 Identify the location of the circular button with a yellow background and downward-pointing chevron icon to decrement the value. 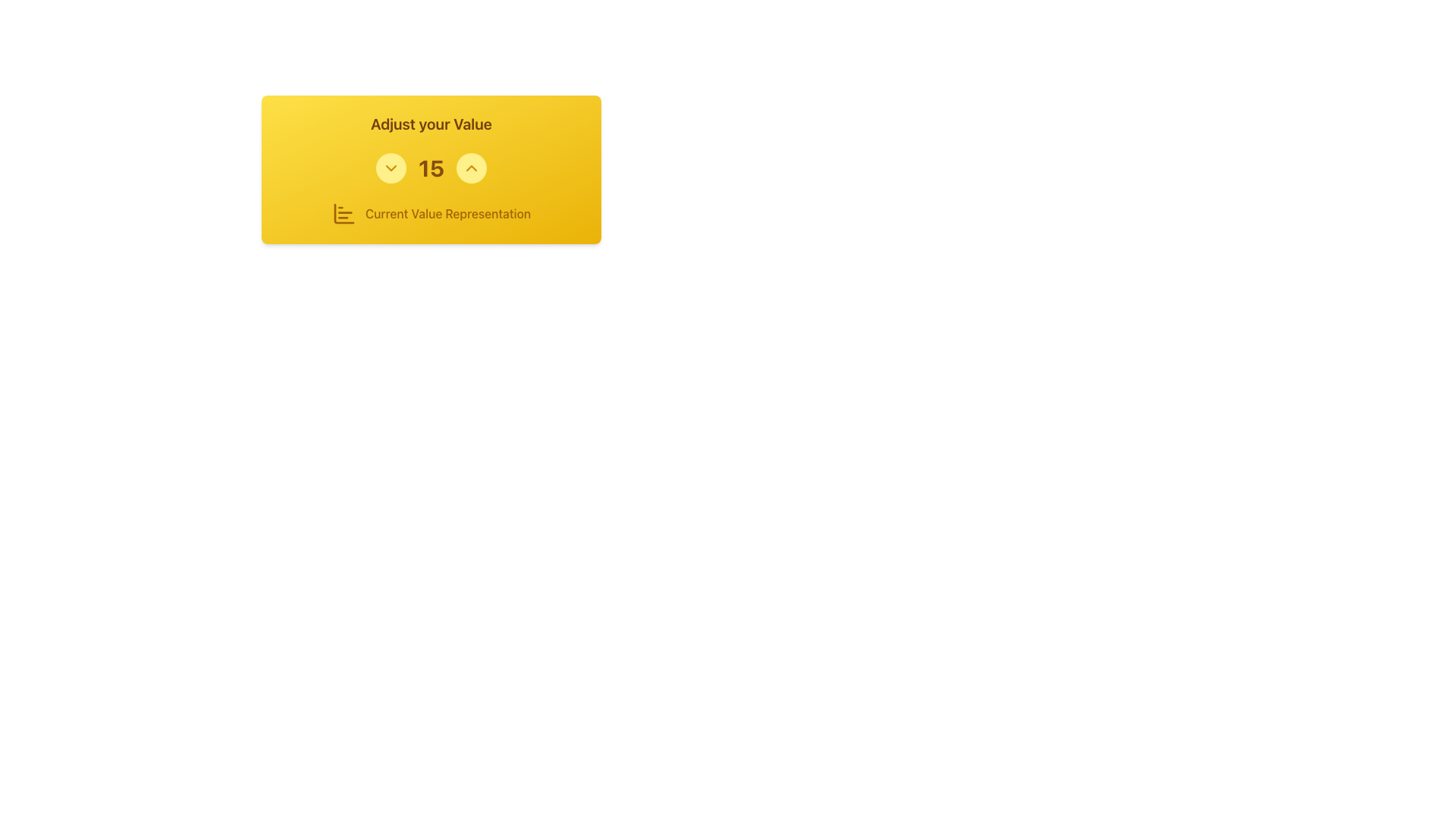
(391, 168).